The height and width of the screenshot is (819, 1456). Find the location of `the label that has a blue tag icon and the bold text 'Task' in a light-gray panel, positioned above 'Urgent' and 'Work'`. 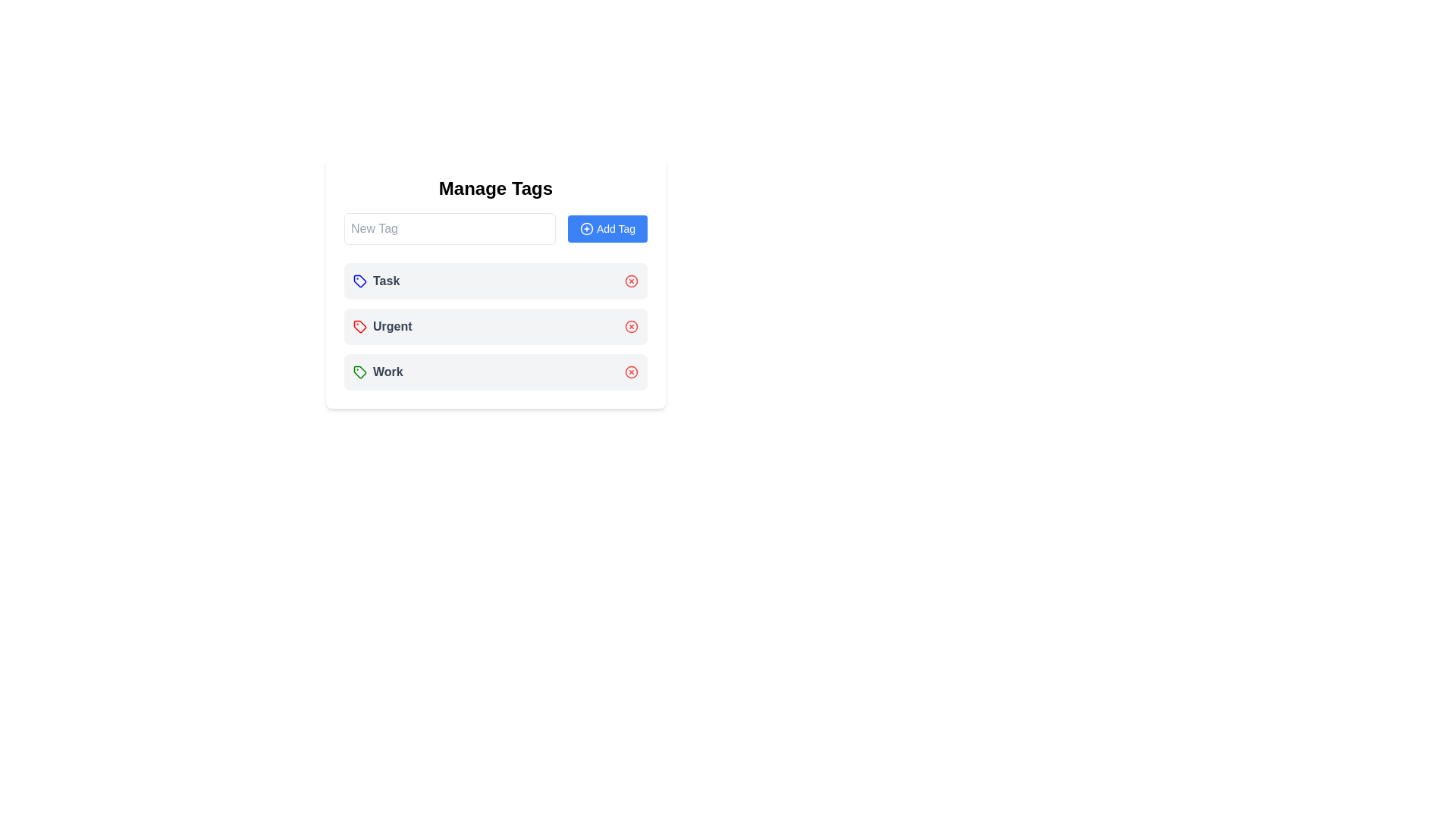

the label that has a blue tag icon and the bold text 'Task' in a light-gray panel, positioned above 'Urgent' and 'Work' is located at coordinates (376, 281).